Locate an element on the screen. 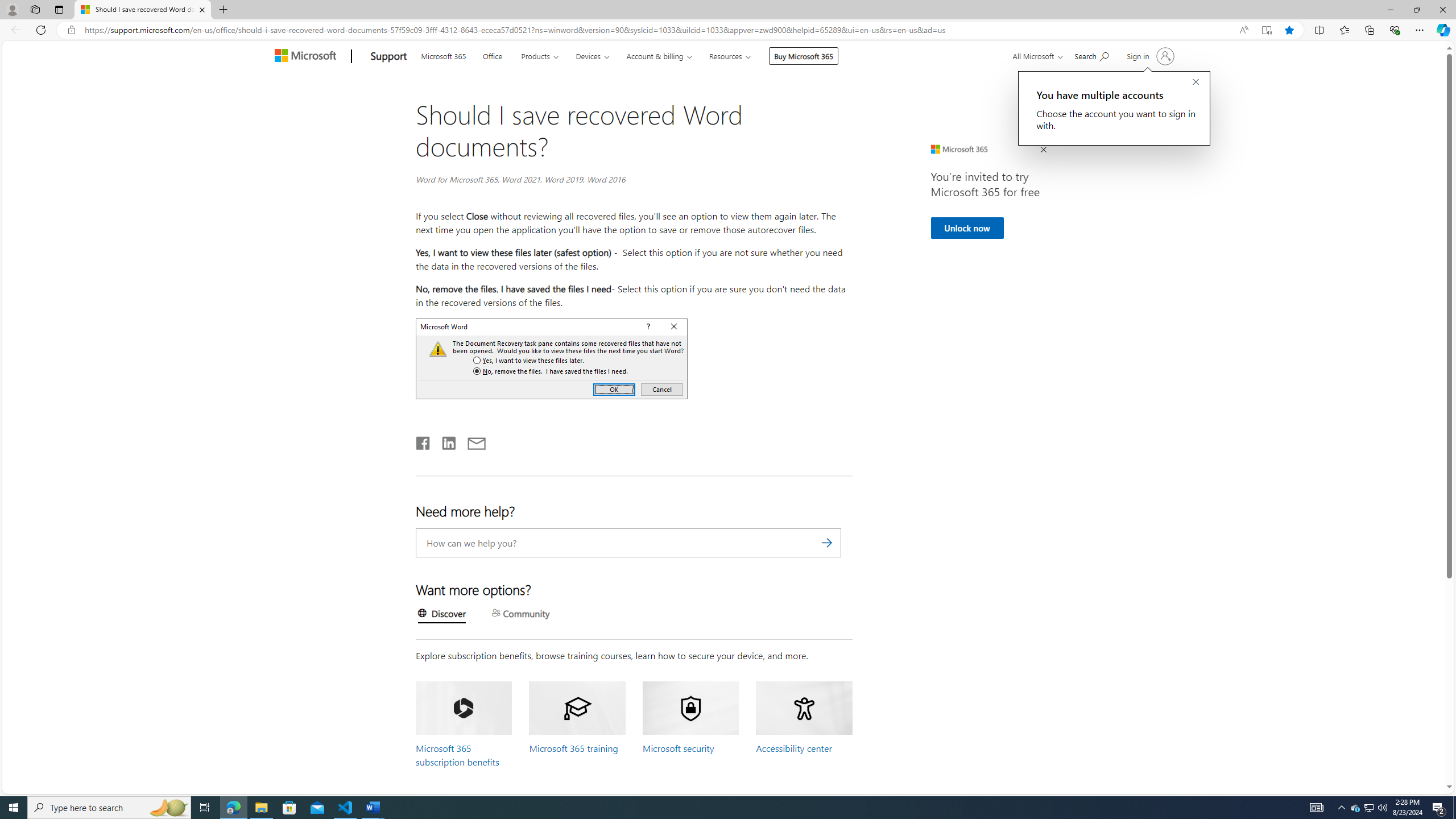  'Close tab' is located at coordinates (201, 9).